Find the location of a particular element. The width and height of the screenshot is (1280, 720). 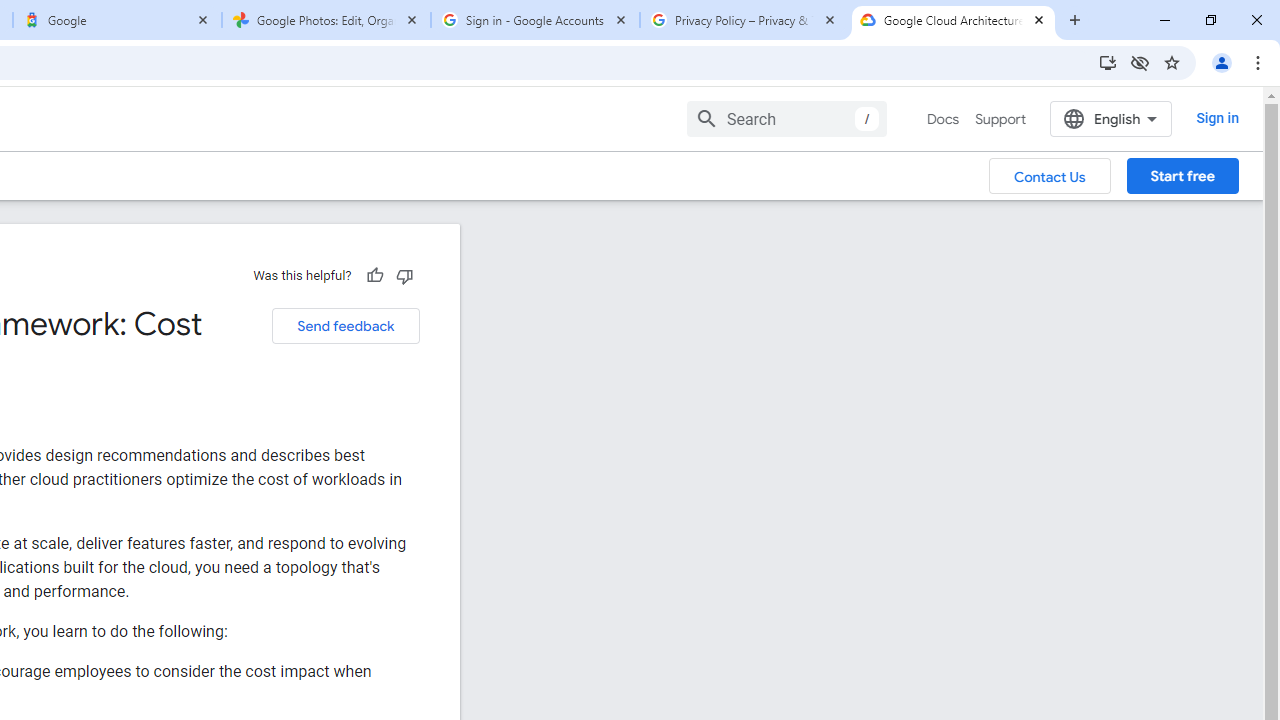

'Not helpful' is located at coordinates (403, 275).